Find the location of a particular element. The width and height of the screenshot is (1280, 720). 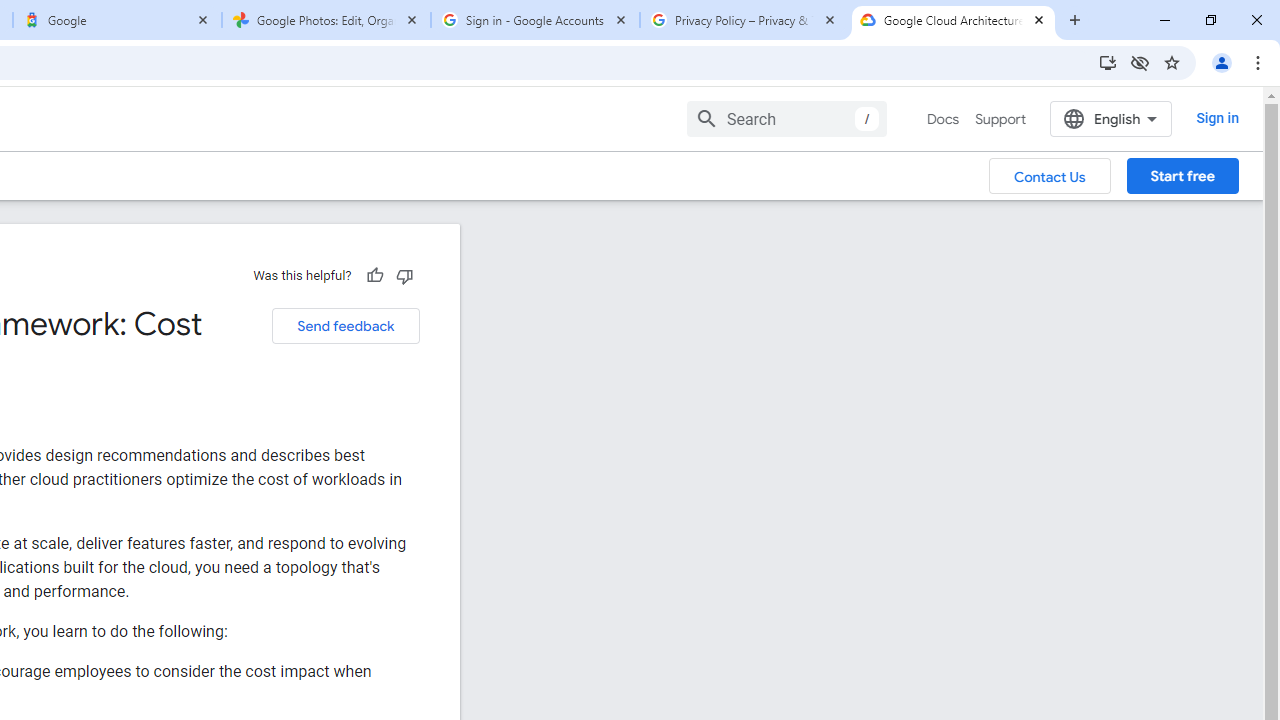

'Not helpful' is located at coordinates (403, 275).